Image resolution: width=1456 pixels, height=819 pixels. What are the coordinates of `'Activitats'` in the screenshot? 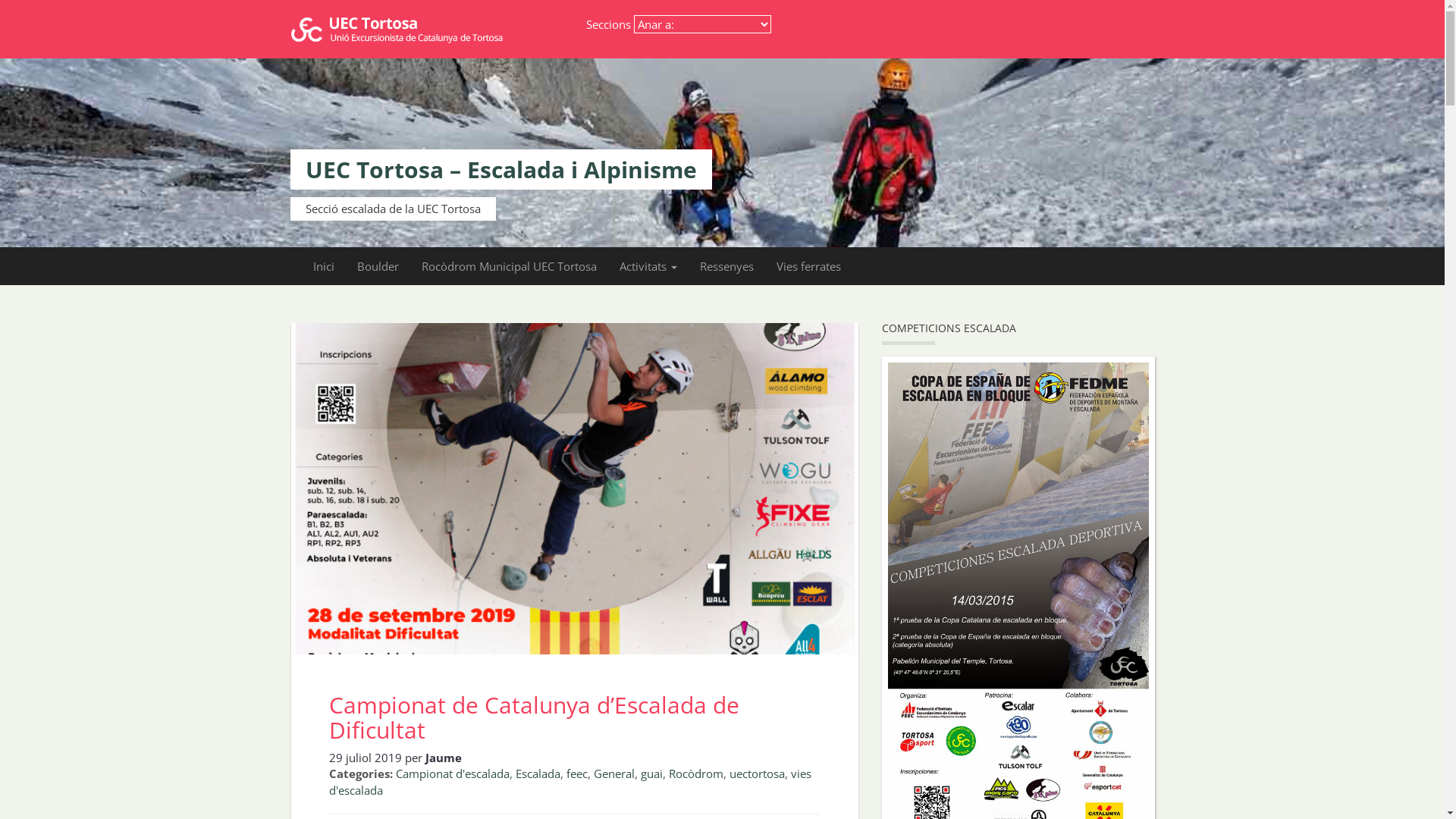 It's located at (648, 265).